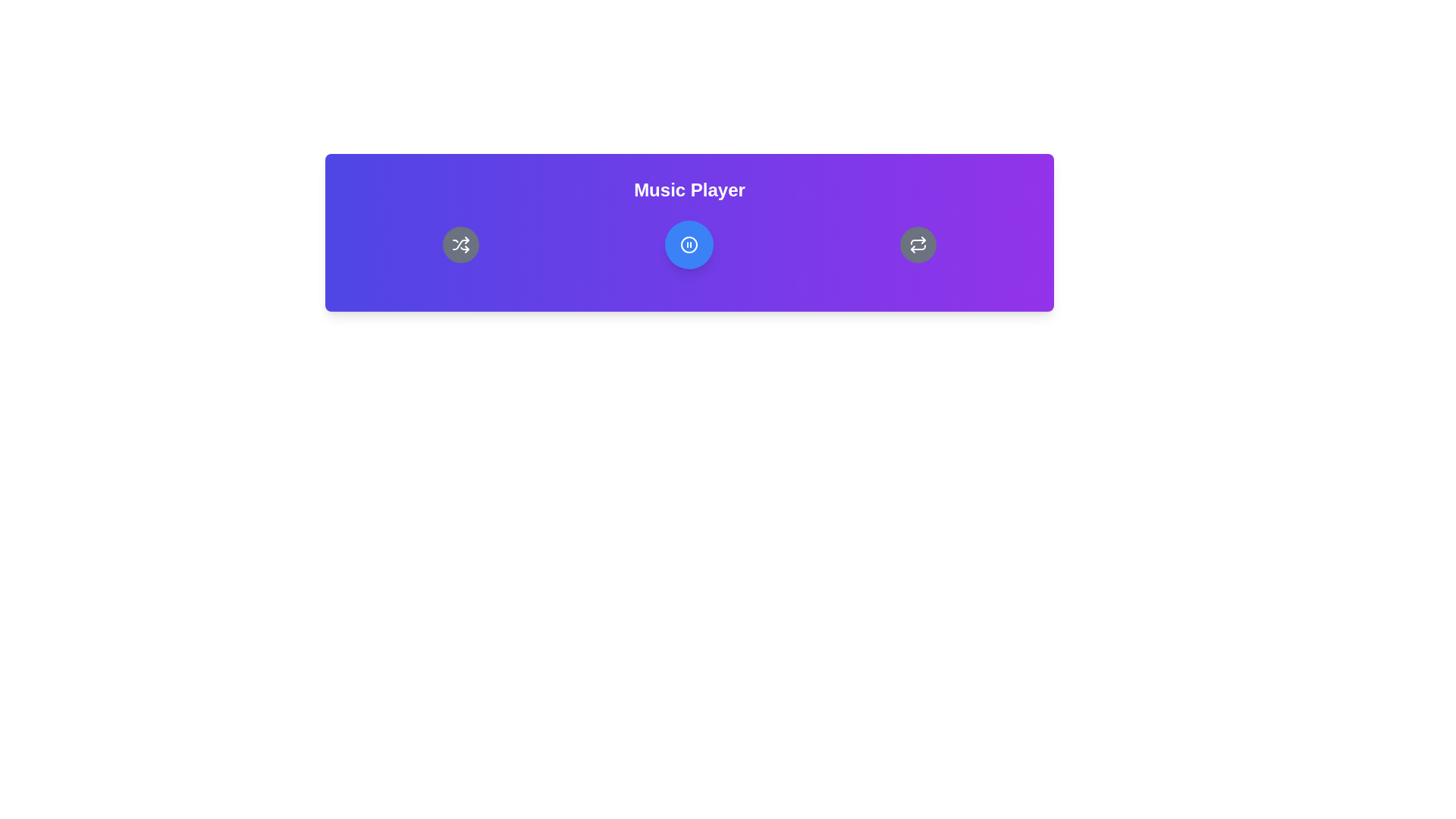 This screenshot has height=819, width=1456. I want to click on the repeat icon button located on the right-hand side of the Music Player interface, so click(918, 244).